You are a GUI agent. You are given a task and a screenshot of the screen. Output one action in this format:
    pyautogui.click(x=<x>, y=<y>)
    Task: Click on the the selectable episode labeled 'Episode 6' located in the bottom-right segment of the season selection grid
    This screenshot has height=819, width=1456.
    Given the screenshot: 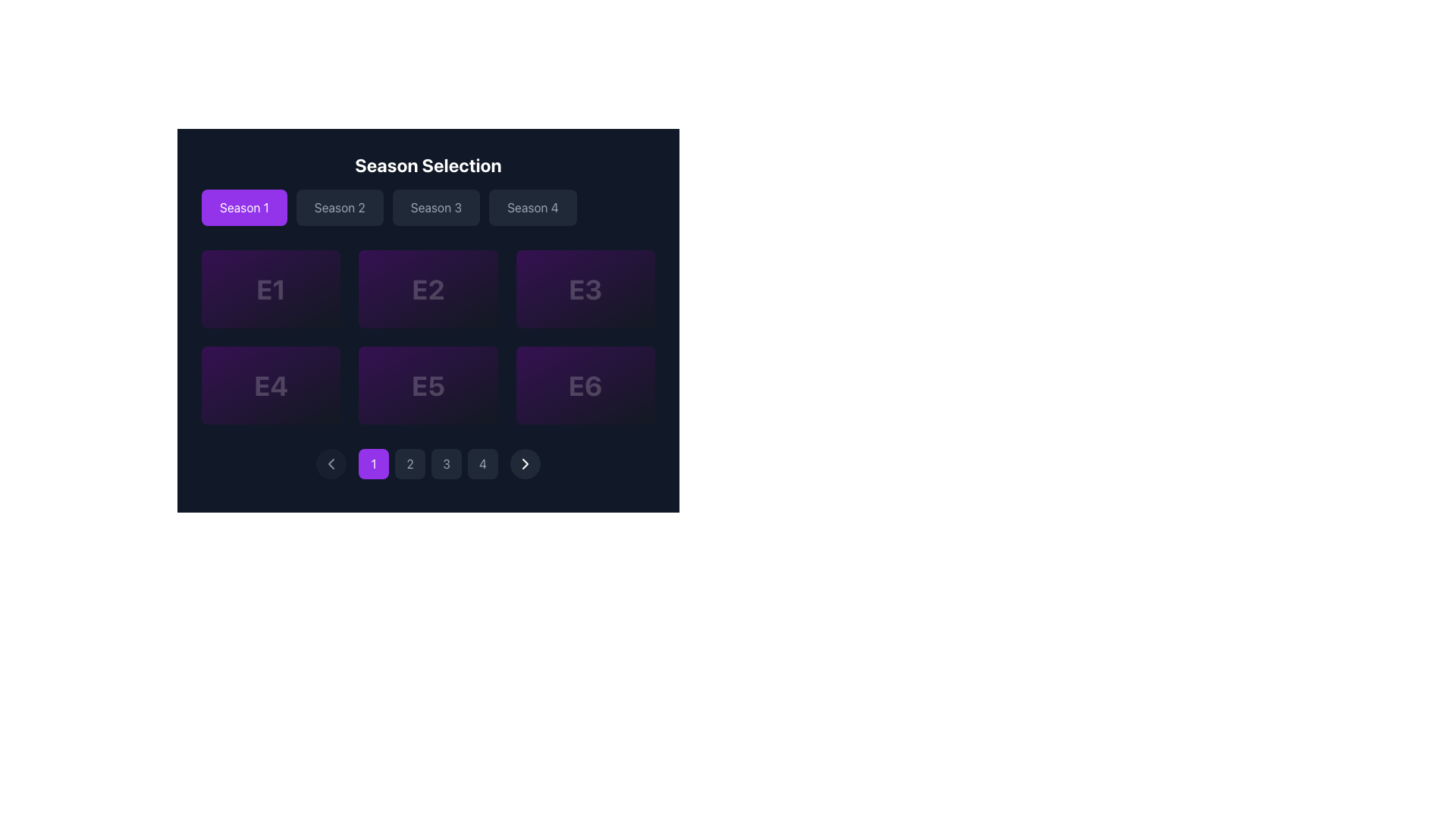 What is the action you would take?
    pyautogui.click(x=585, y=384)
    